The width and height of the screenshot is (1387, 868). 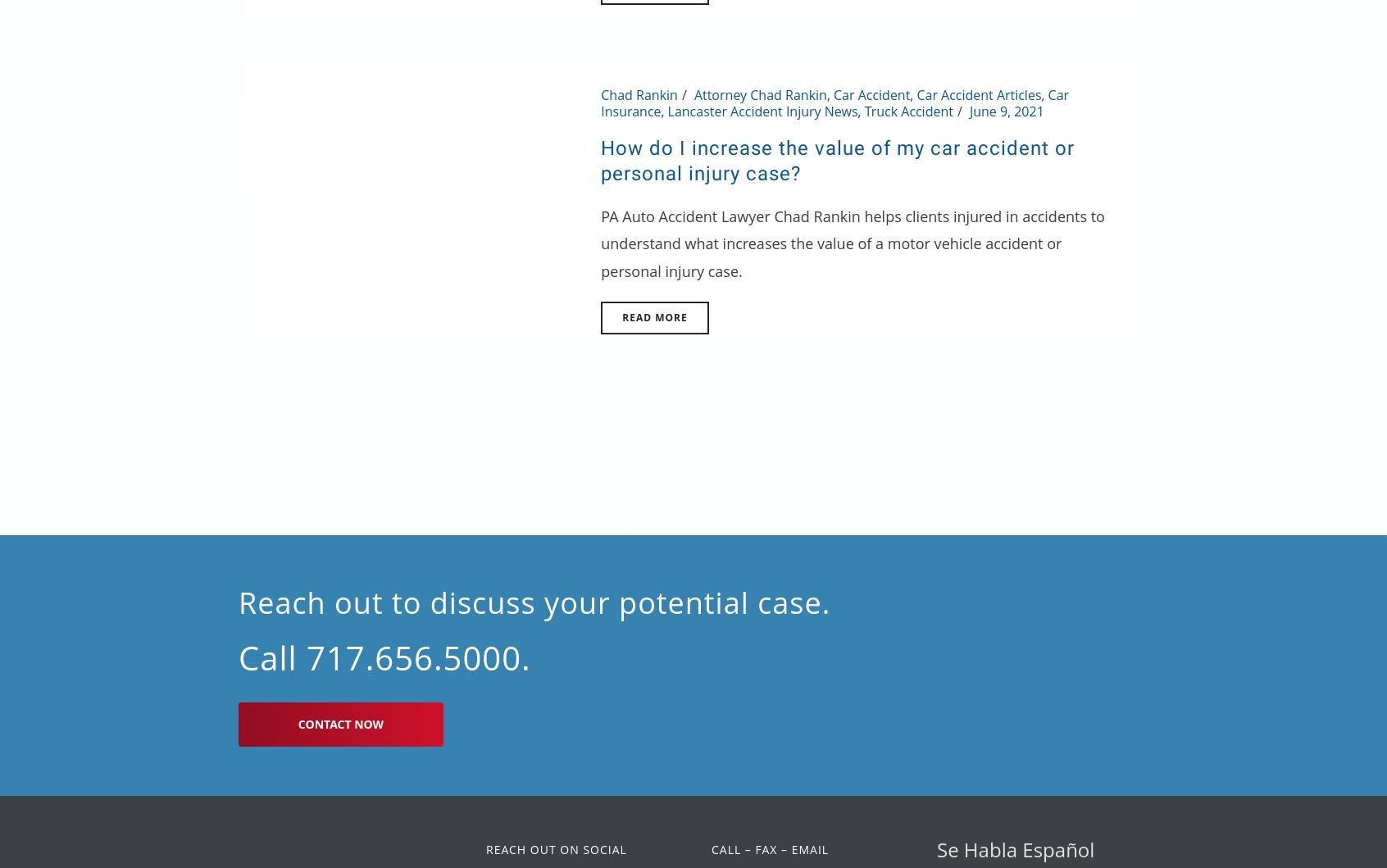 I want to click on 'Attorney Chad Rankin', so click(x=760, y=93).